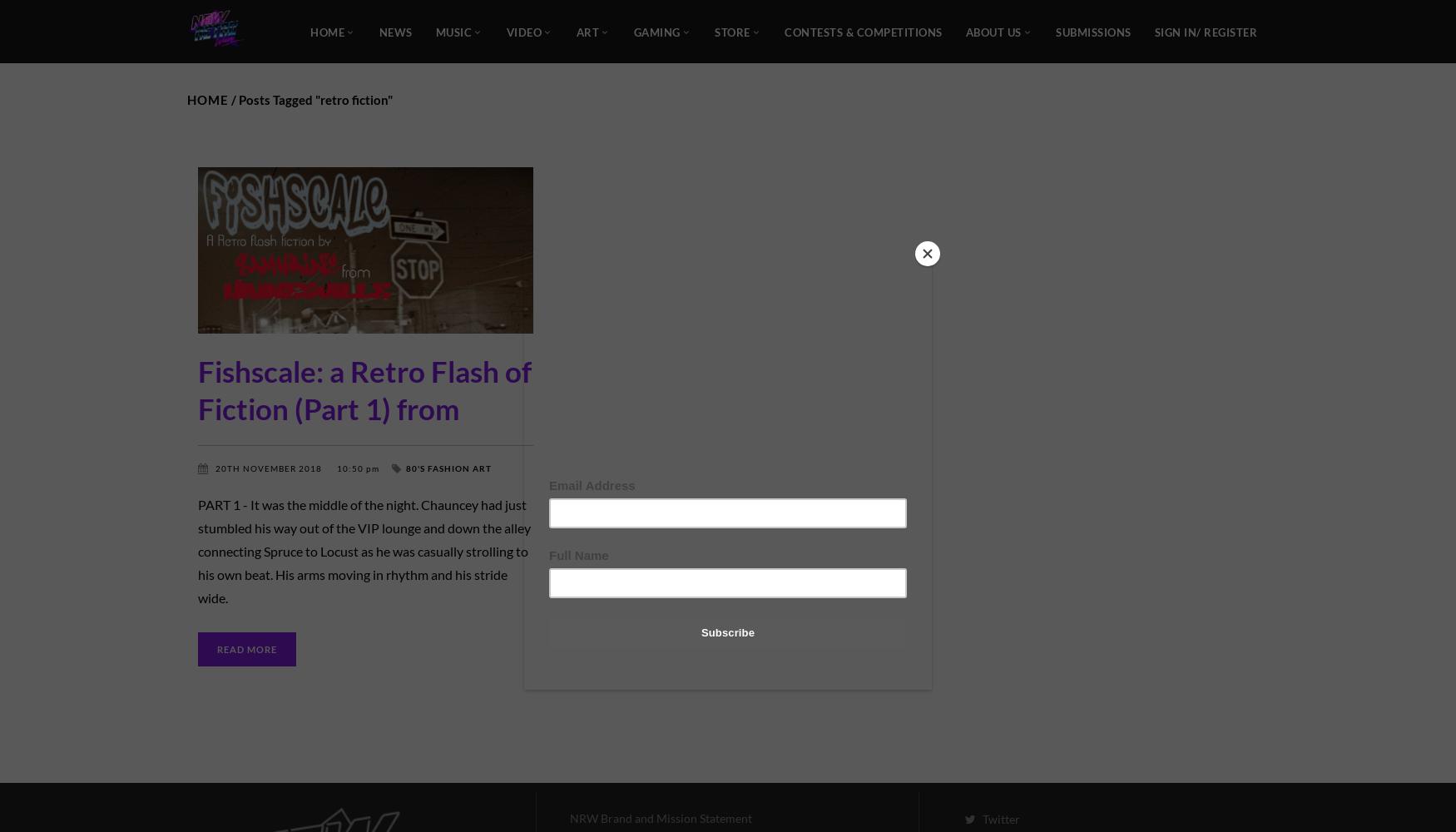  What do you see at coordinates (225, 479) in the screenshot?
I see `'Literature'` at bounding box center [225, 479].